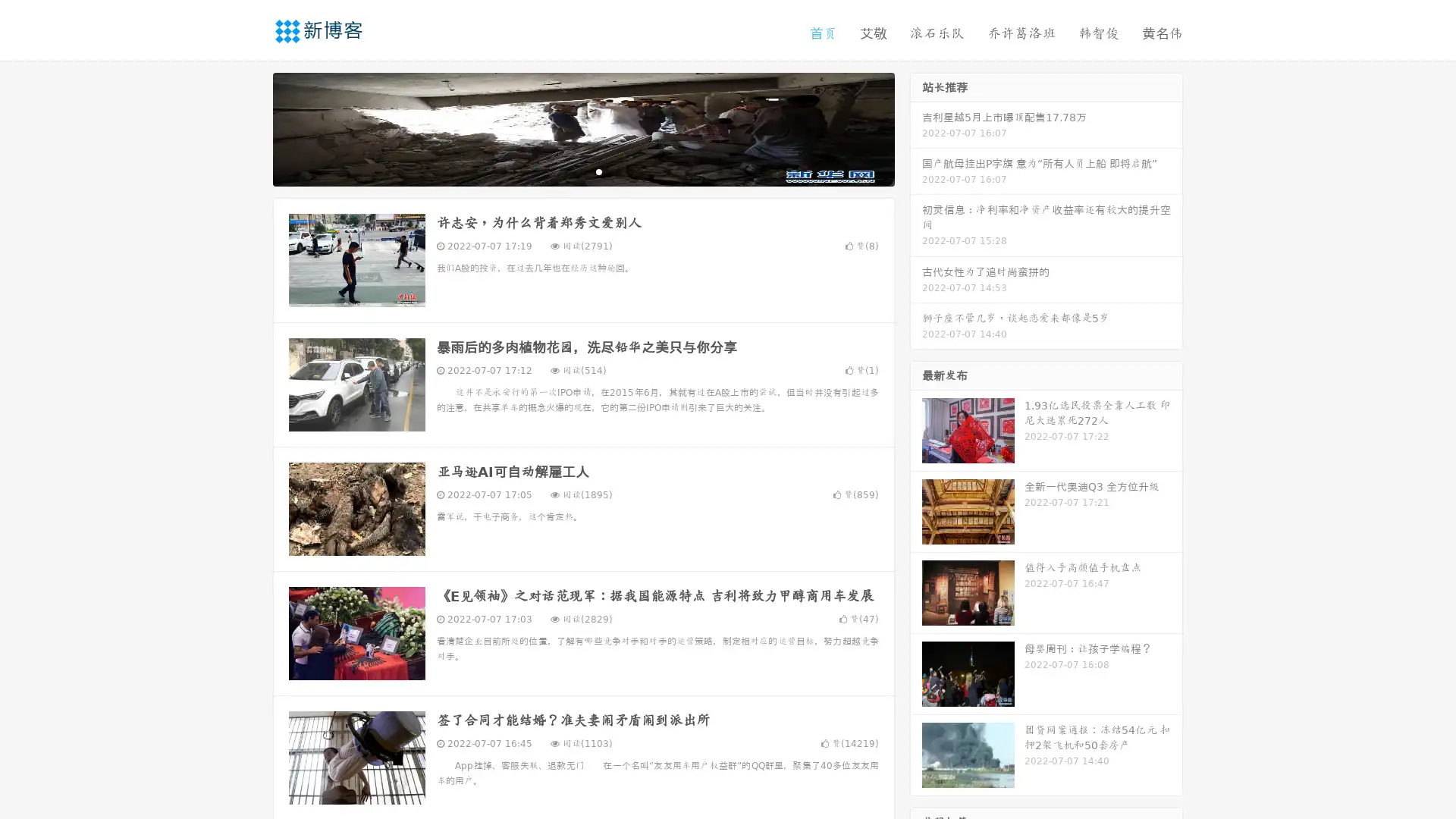 This screenshot has height=819, width=1456. I want to click on Previous slide, so click(250, 127).